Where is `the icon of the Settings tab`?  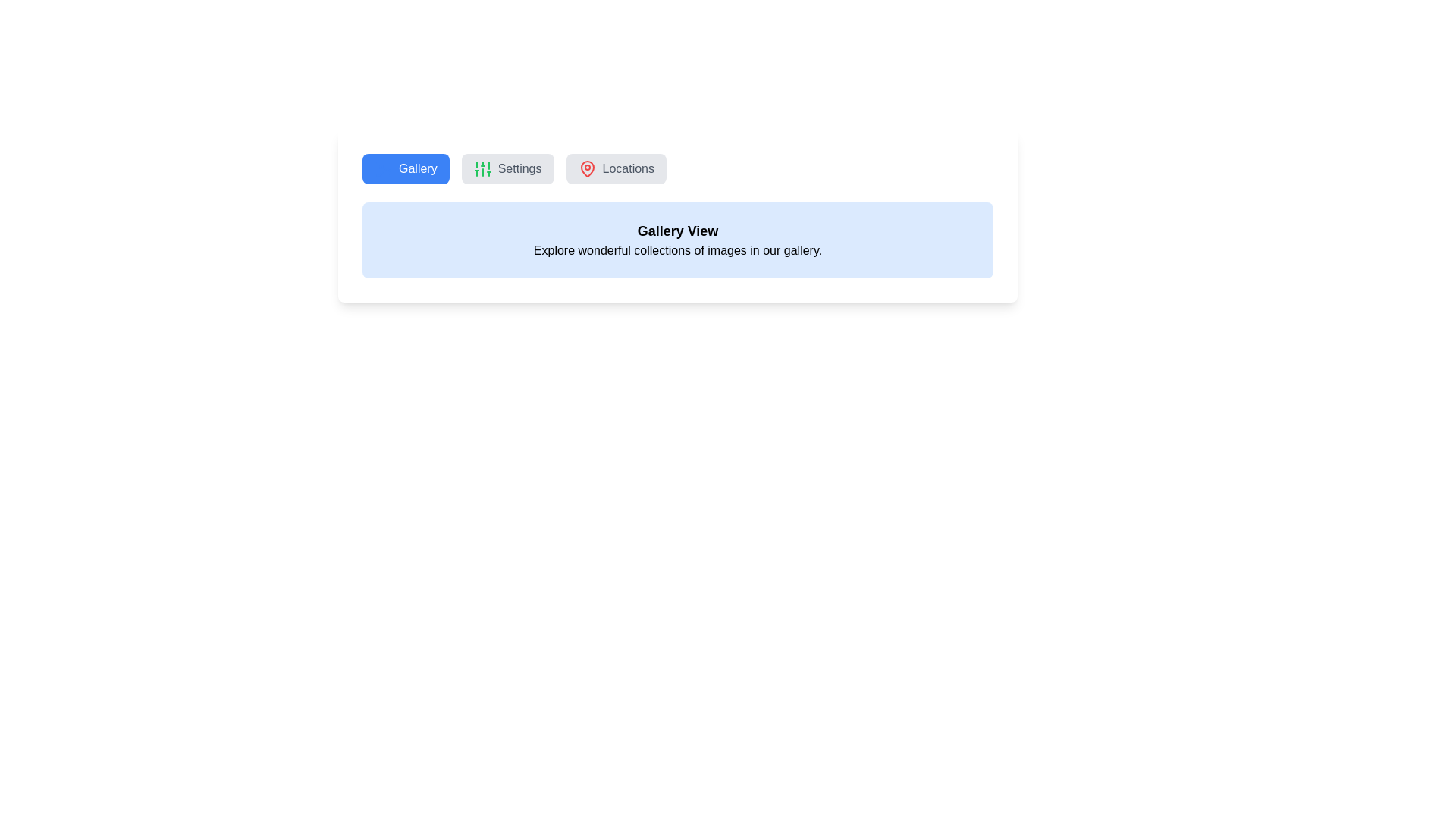 the icon of the Settings tab is located at coordinates (482, 169).